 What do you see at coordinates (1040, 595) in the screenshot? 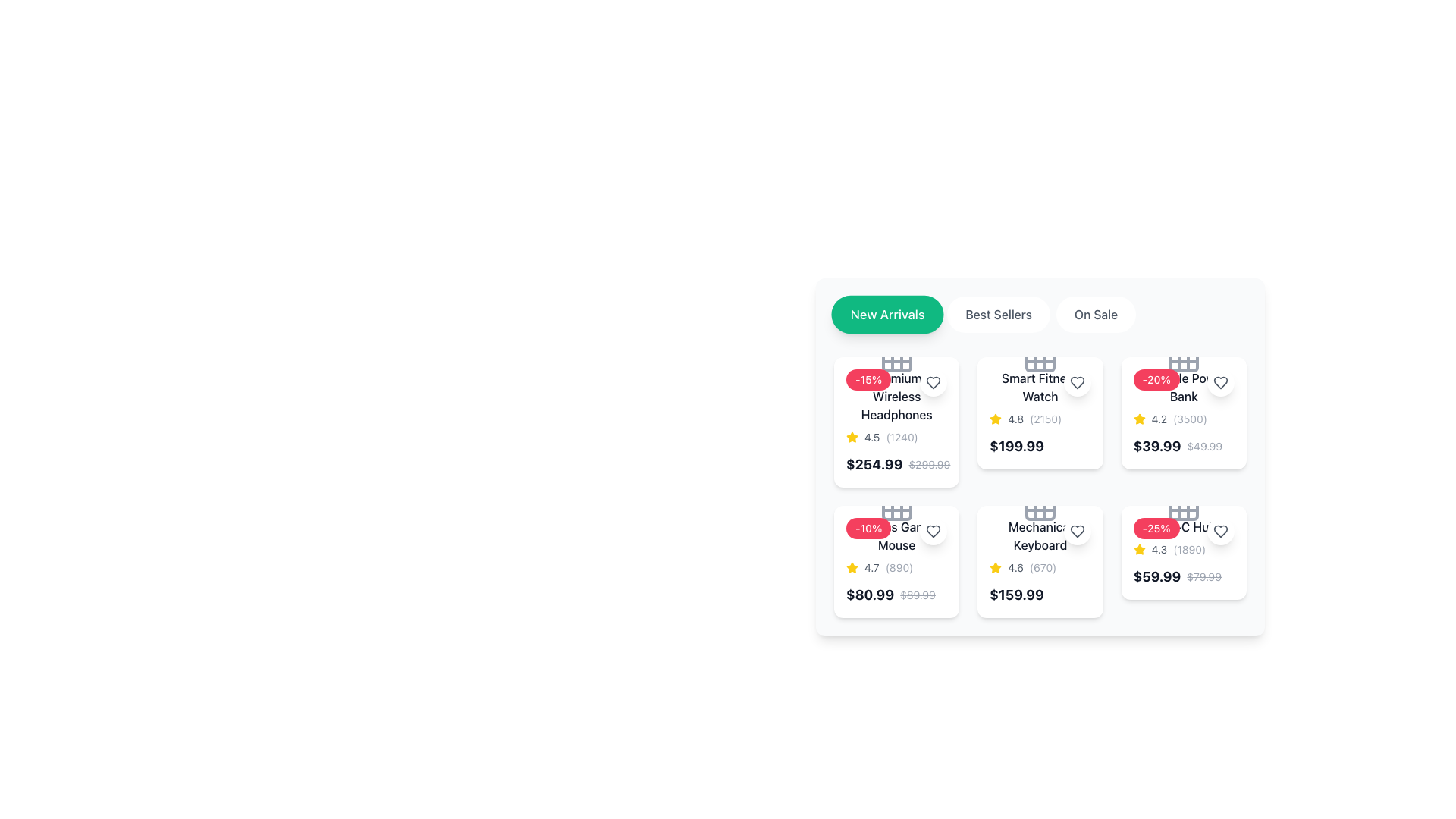
I see `price text displayed in the price section of the 'Mechanical Keyboard' card located in the bottom row, middle column of the grid layout` at bounding box center [1040, 595].